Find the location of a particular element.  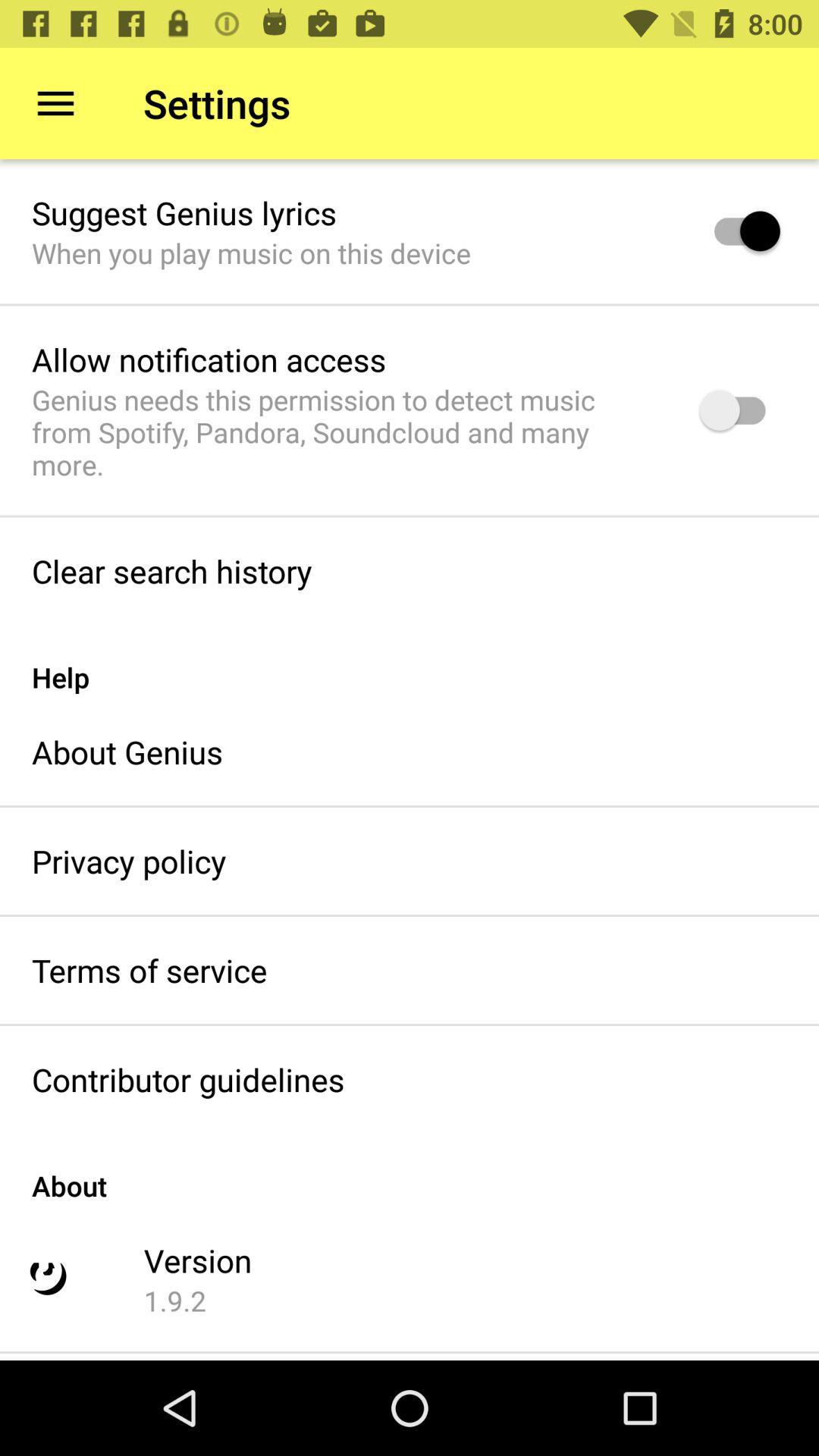

icon above the suggest genius lyrics is located at coordinates (55, 102).